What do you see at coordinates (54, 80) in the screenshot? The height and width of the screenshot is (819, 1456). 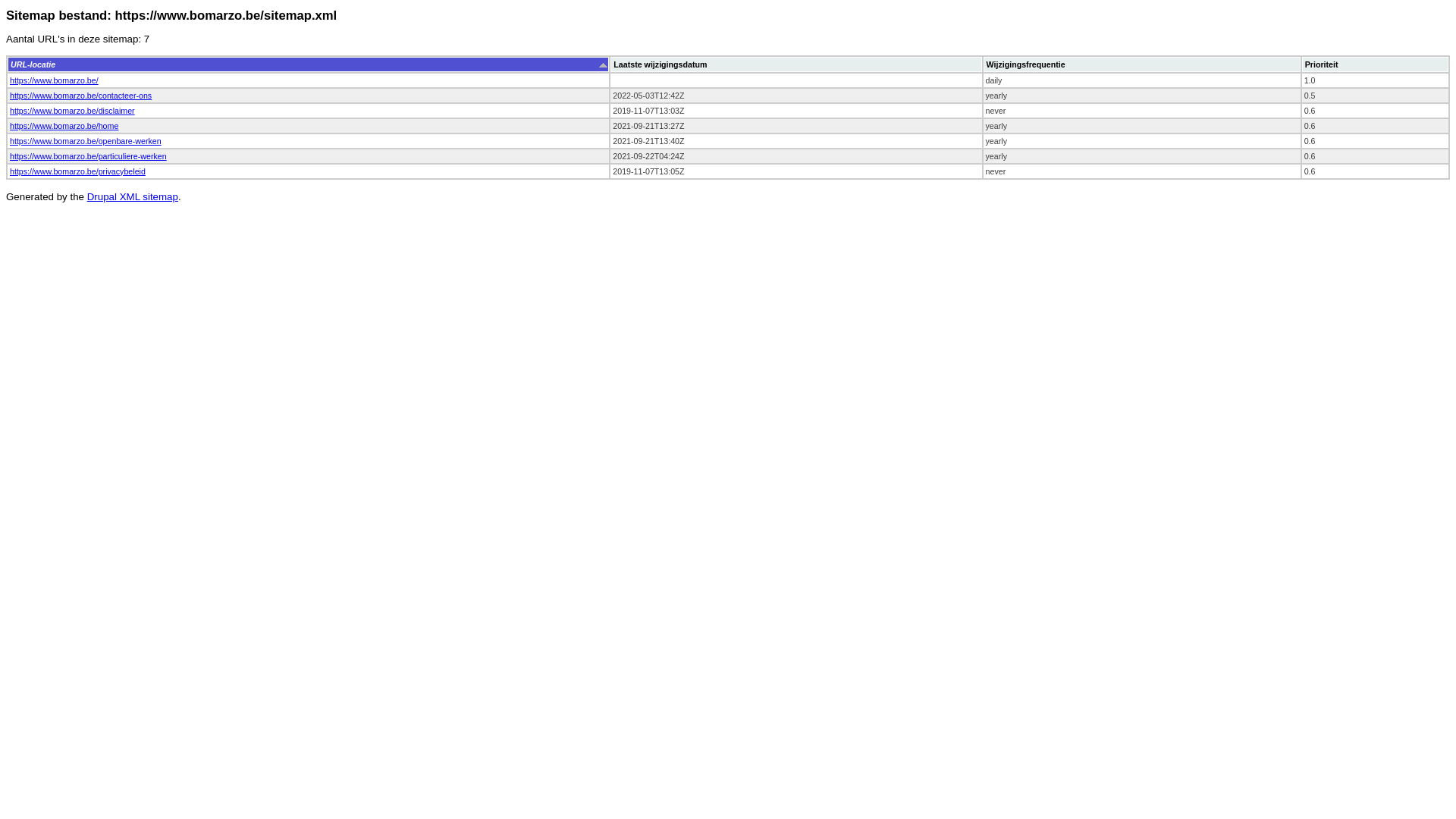 I see `'https://www.bomarzo.be/'` at bounding box center [54, 80].